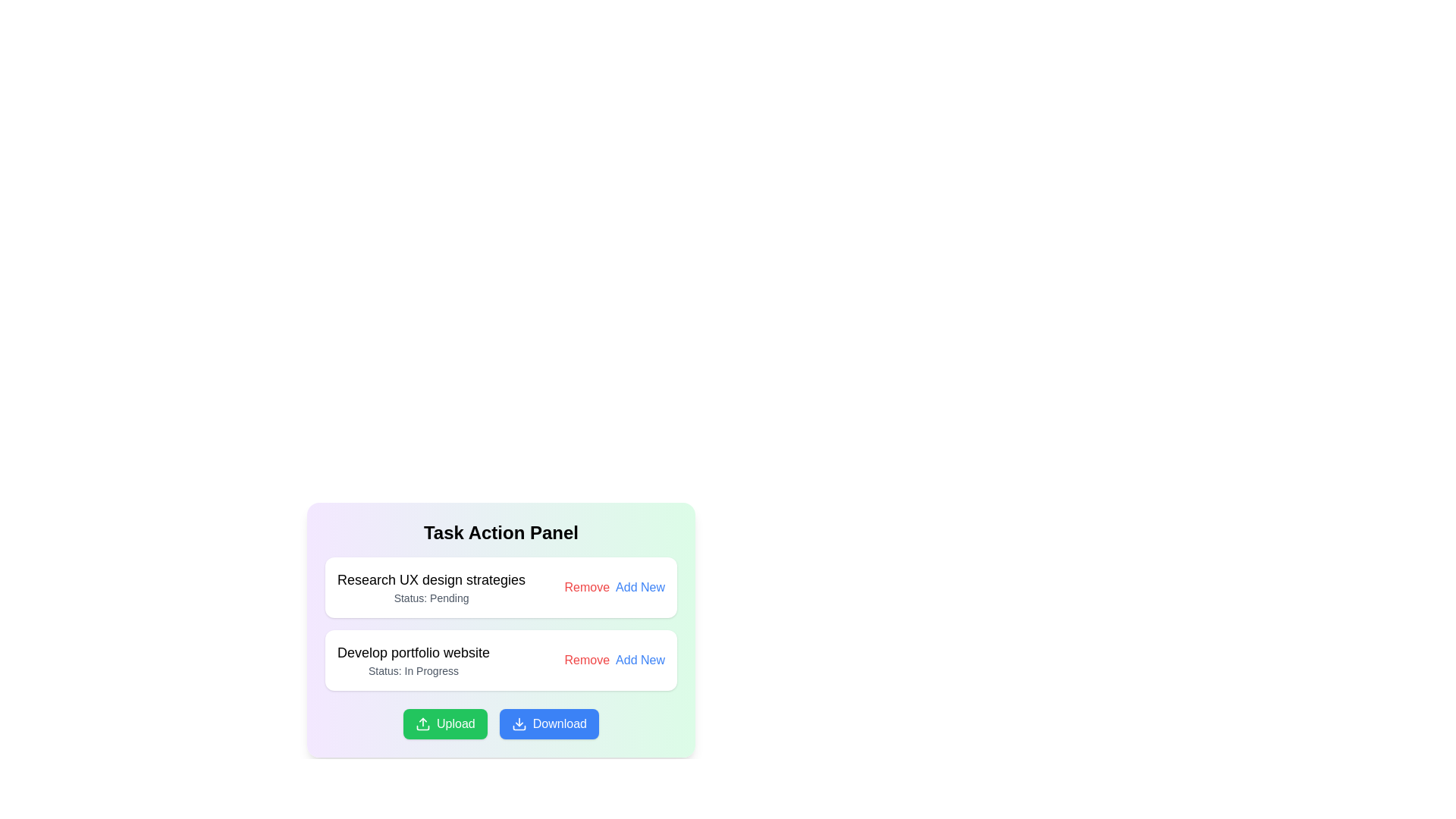 This screenshot has height=819, width=1456. Describe the element at coordinates (640, 660) in the screenshot. I see `the 'Add New Item' link located to the right of the 'Remove' link in the Task Action Panel for the task 'Develop portfolio website'` at that location.